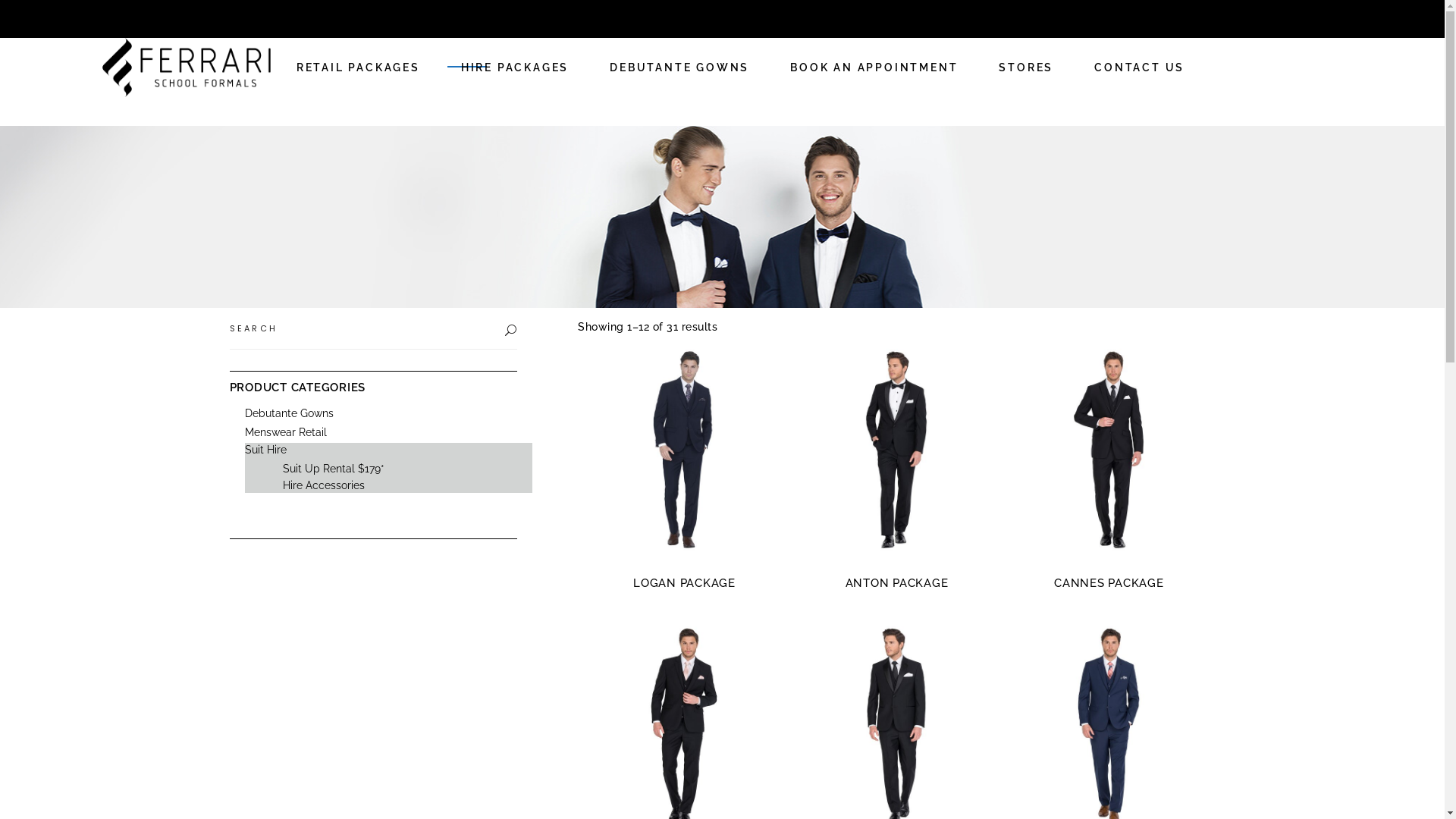 The image size is (1456, 819). I want to click on 'STORES', so click(1026, 66).